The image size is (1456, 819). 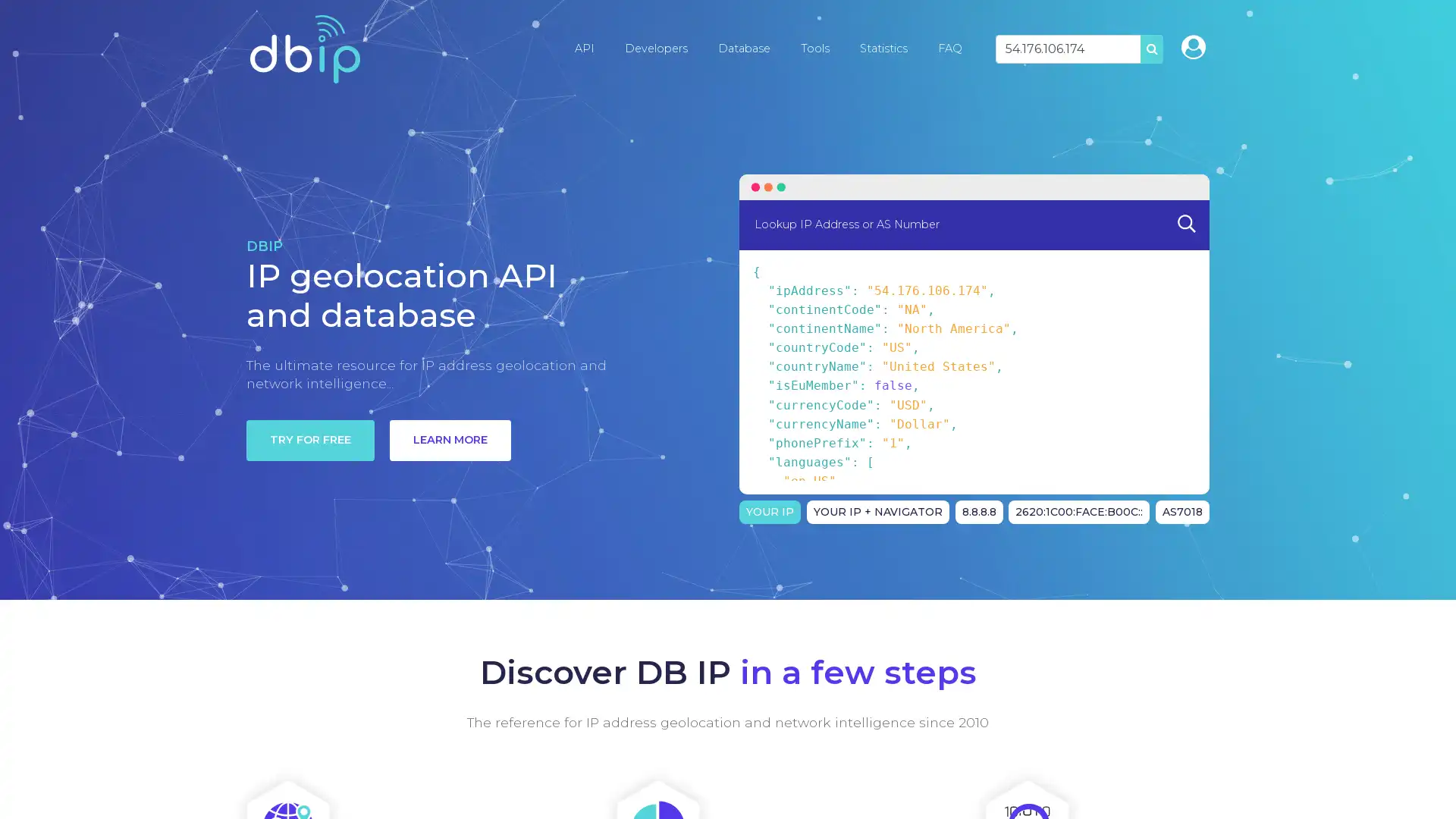 What do you see at coordinates (1151, 48) in the screenshot?
I see `SEARCH` at bounding box center [1151, 48].